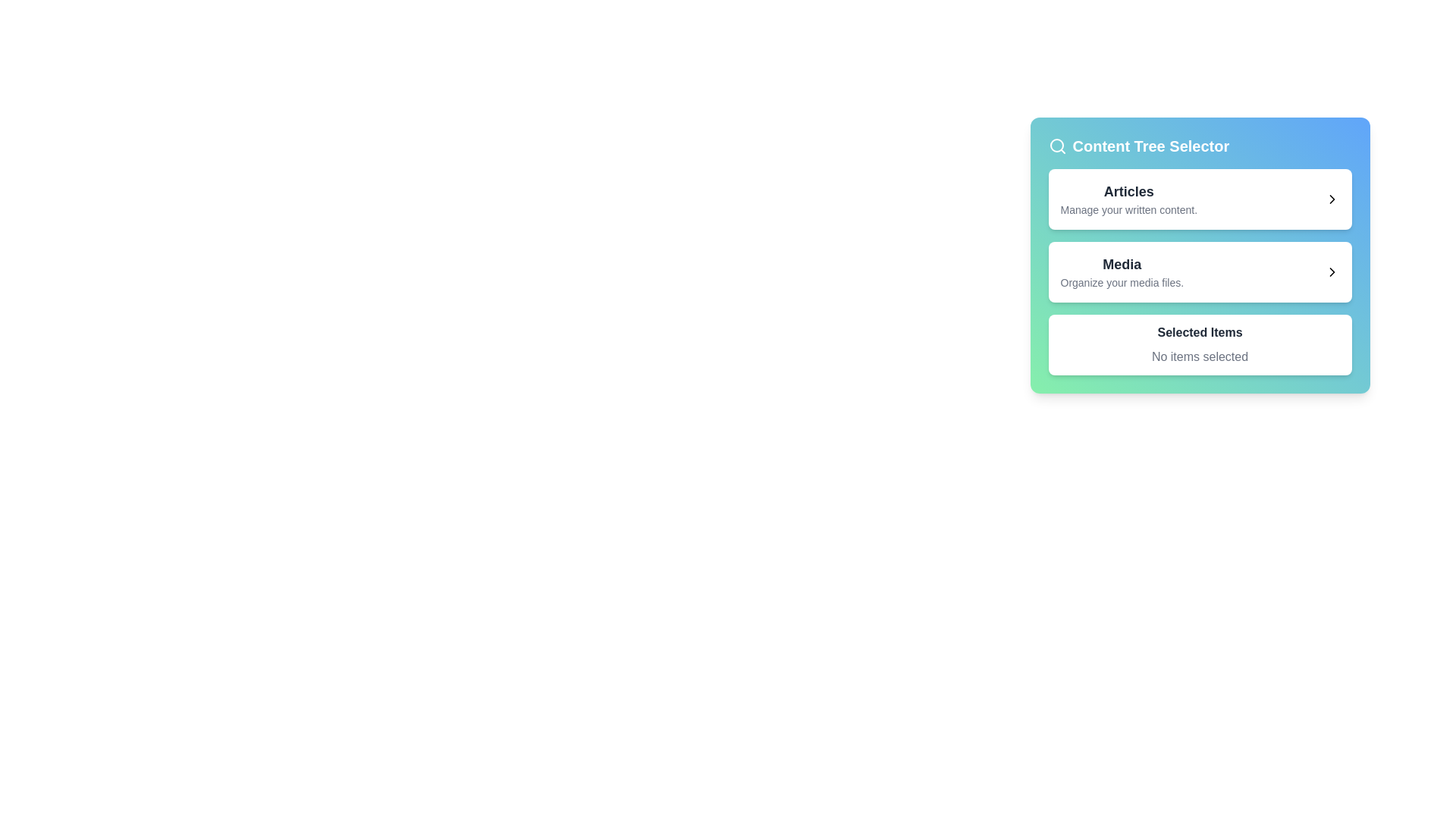 The image size is (1456, 819). Describe the element at coordinates (1331, 271) in the screenshot. I see `the right-facing chevron icon next to the text 'Media'` at that location.